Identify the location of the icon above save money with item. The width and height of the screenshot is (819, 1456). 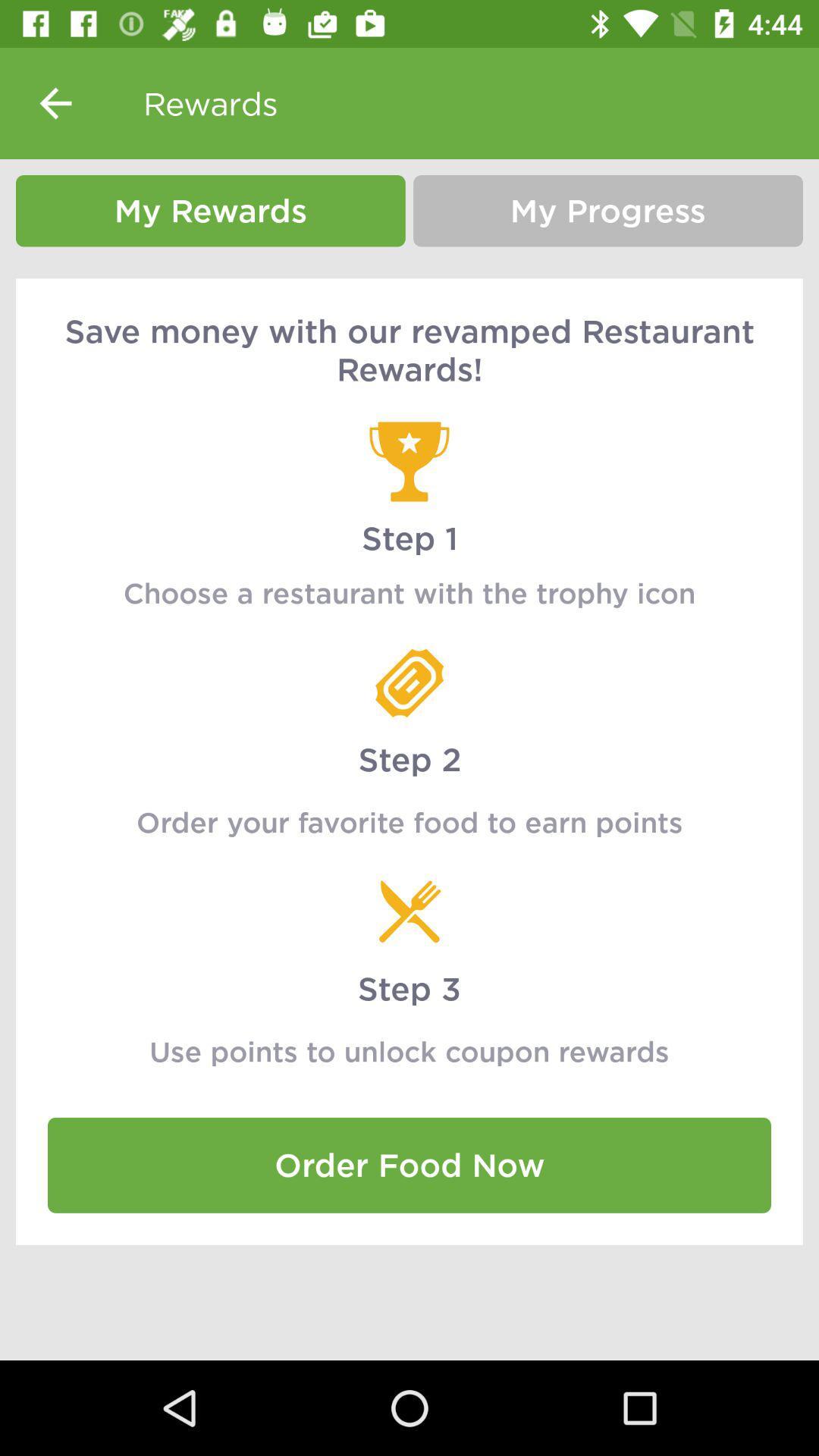
(607, 210).